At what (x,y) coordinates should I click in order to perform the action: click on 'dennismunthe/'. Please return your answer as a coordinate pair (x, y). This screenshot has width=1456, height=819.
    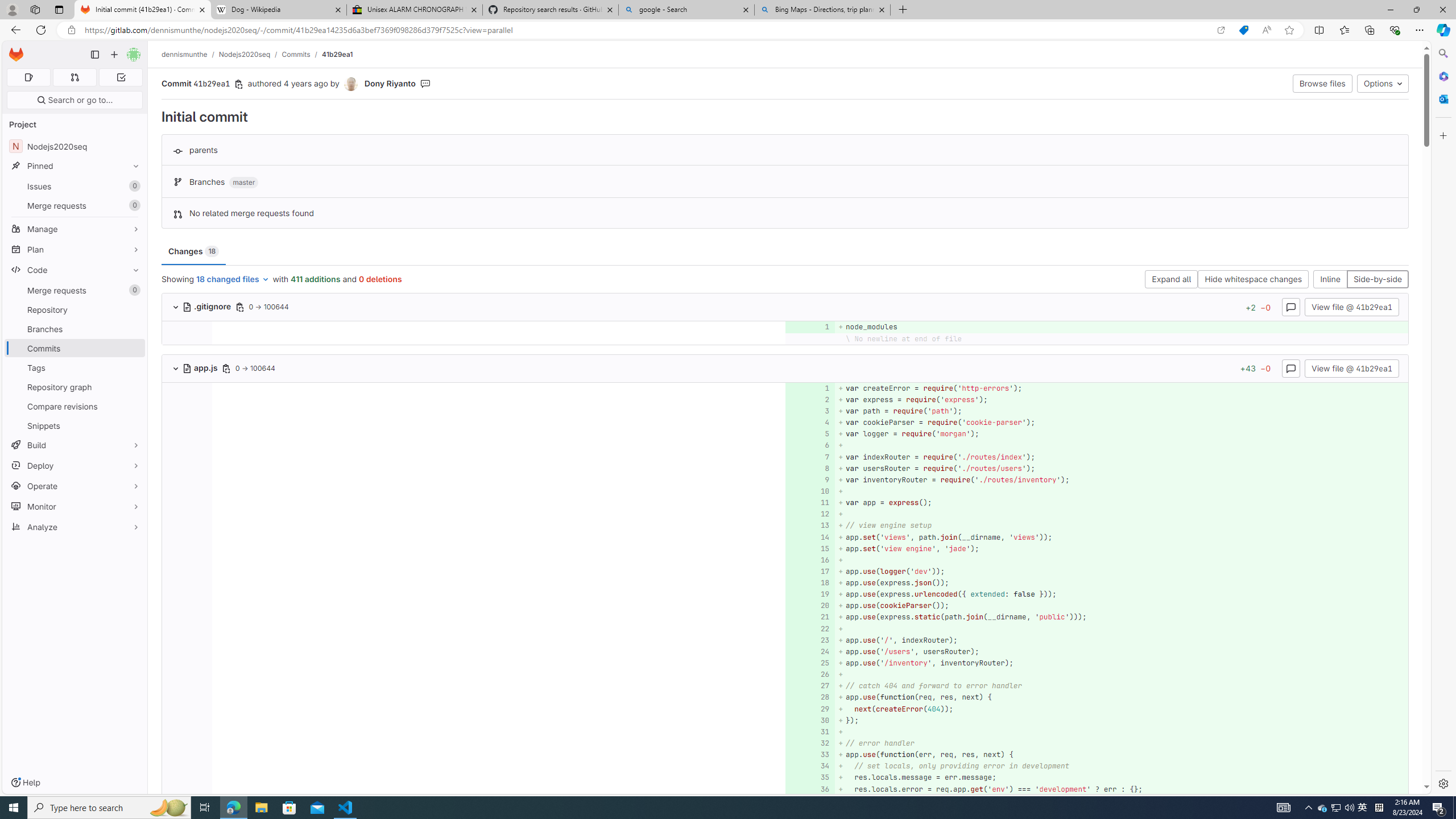
    Looking at the image, I should click on (190, 54).